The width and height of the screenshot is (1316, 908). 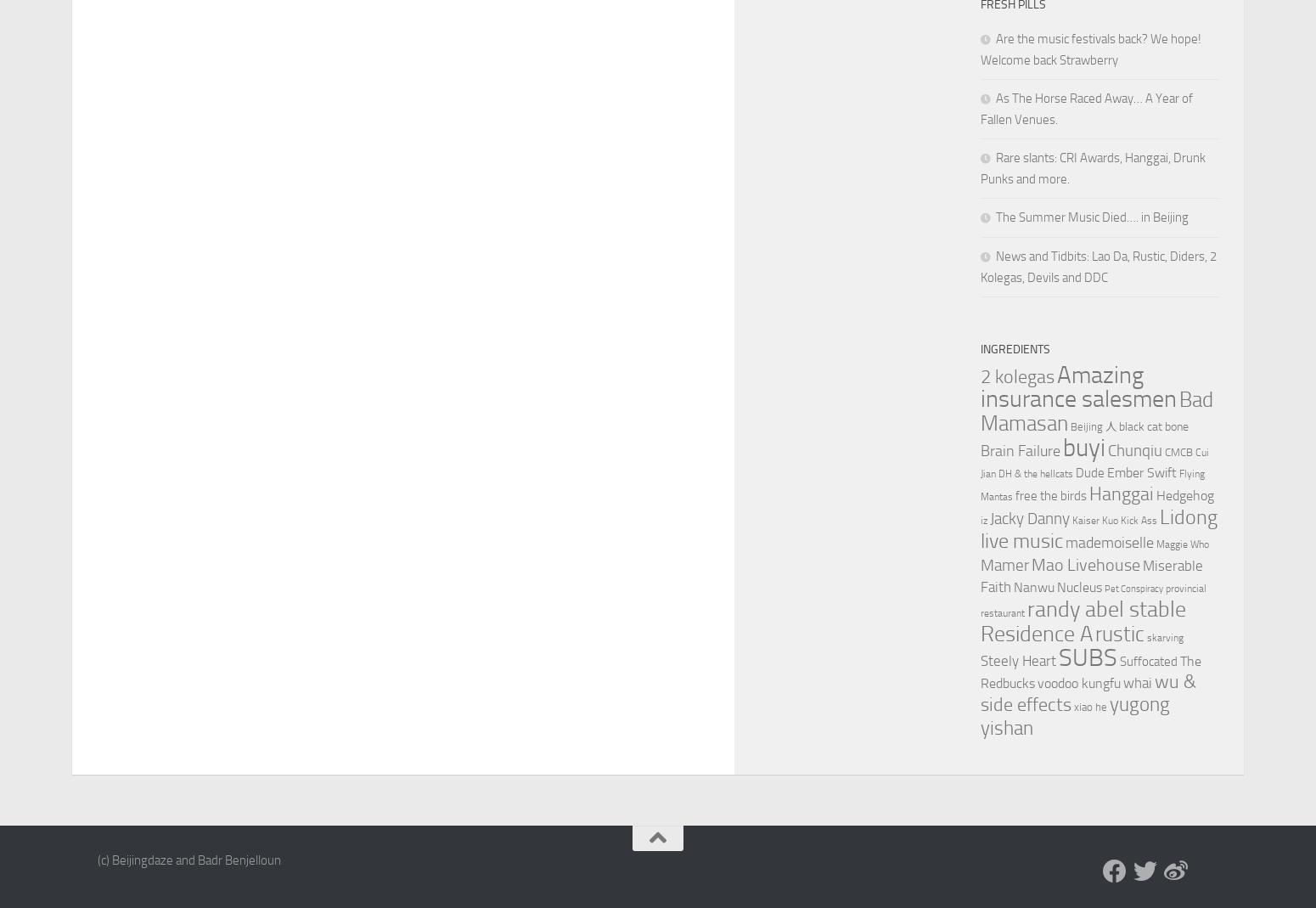 What do you see at coordinates (1004, 564) in the screenshot?
I see `'Mamer'` at bounding box center [1004, 564].